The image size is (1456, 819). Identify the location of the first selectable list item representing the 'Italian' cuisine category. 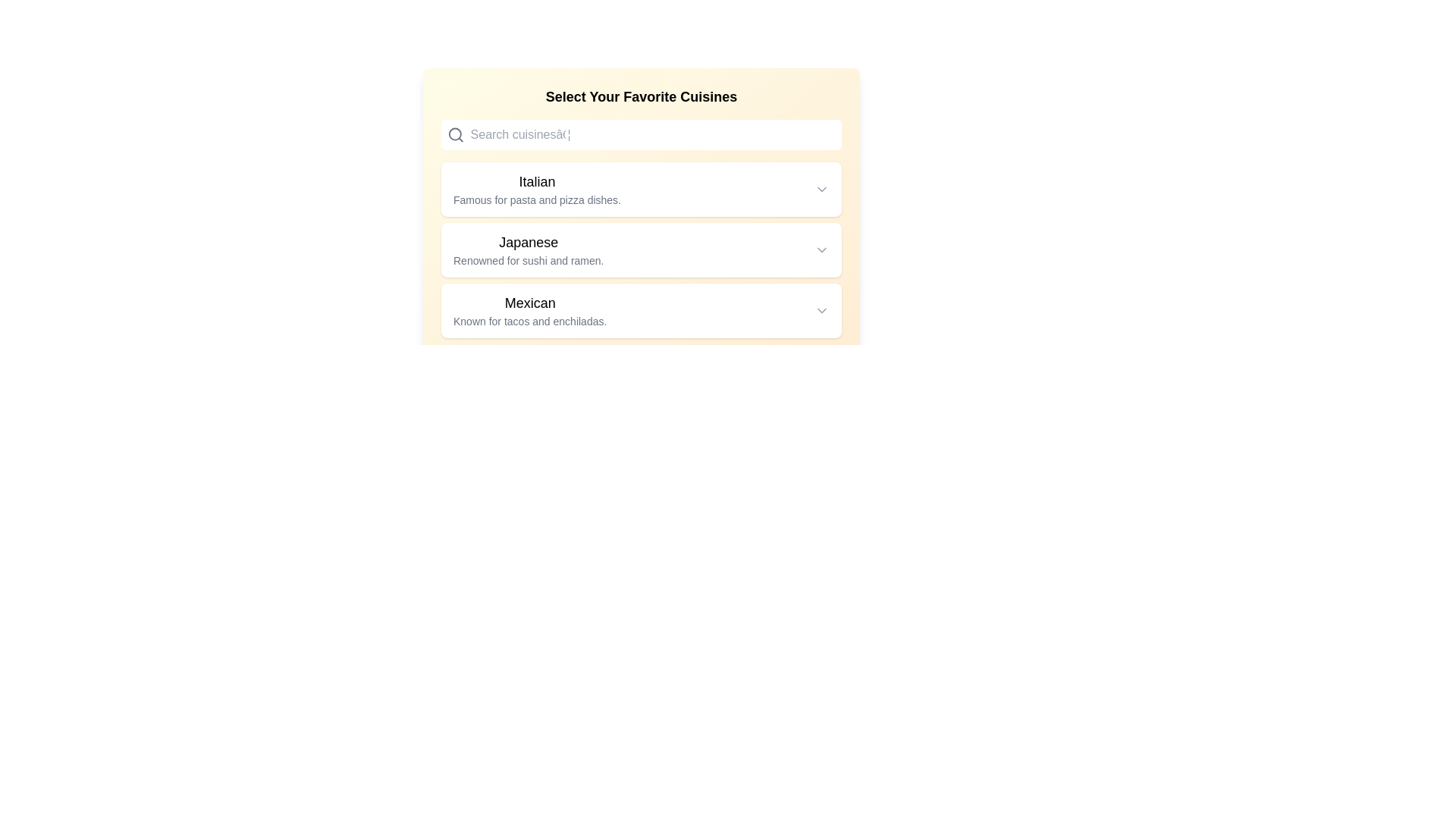
(641, 189).